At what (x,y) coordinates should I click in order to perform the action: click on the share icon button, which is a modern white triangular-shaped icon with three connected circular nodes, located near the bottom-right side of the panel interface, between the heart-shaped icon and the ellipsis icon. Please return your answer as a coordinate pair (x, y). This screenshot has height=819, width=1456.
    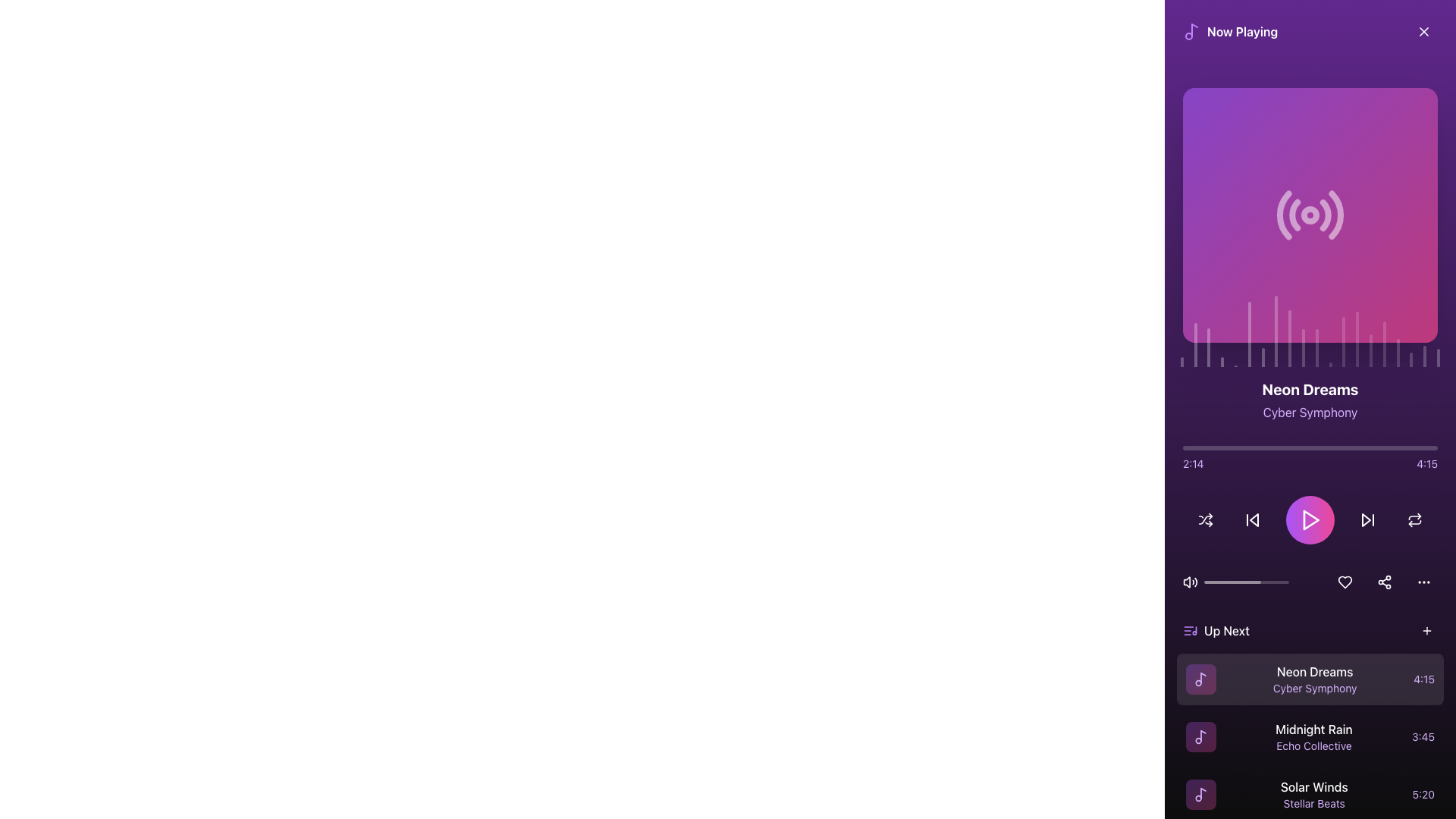
    Looking at the image, I should click on (1384, 581).